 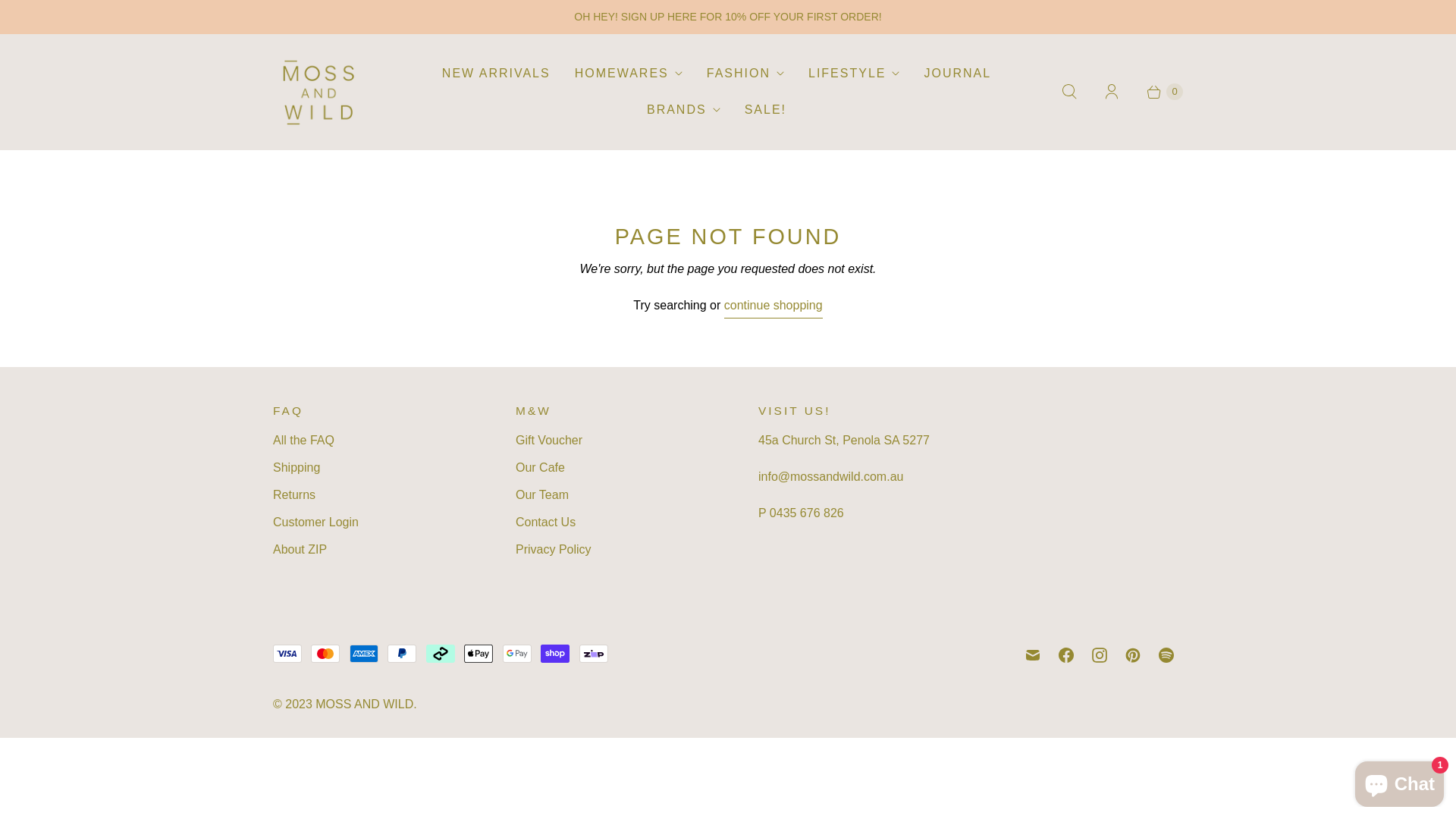 I want to click on 'JOURNAL', so click(x=956, y=73).